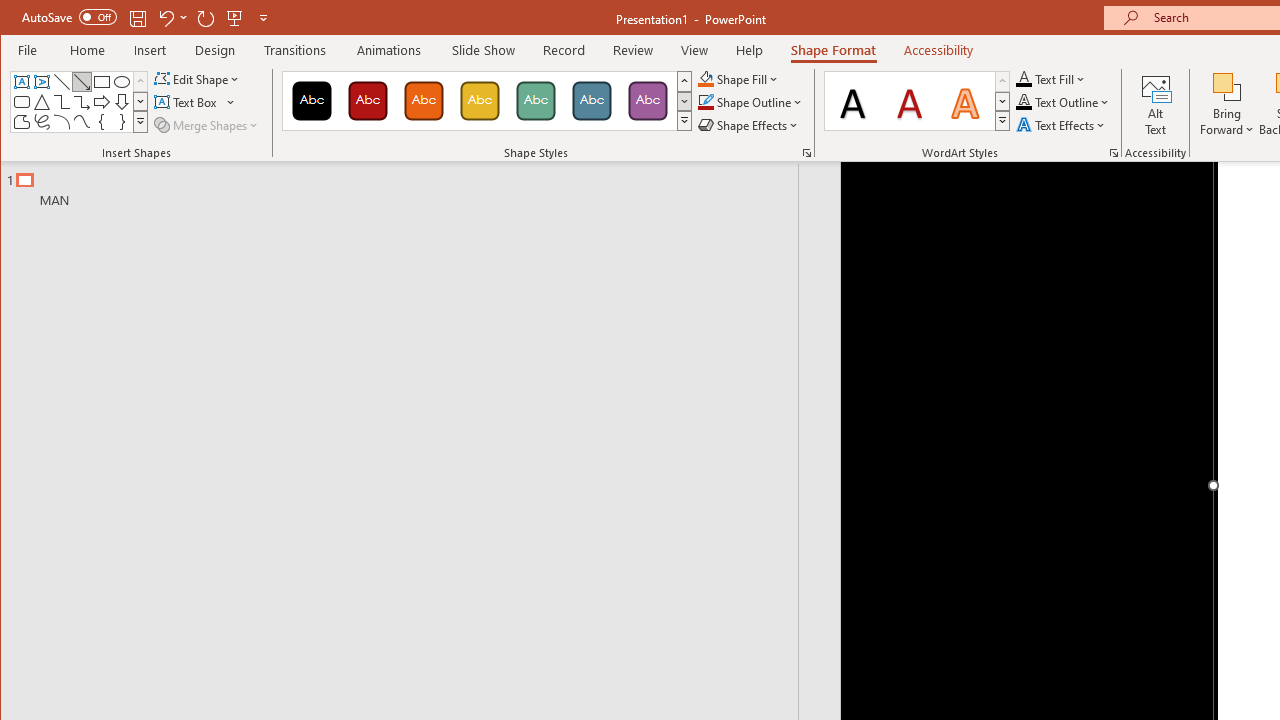  I want to click on 'Alt Text', so click(1156, 104).